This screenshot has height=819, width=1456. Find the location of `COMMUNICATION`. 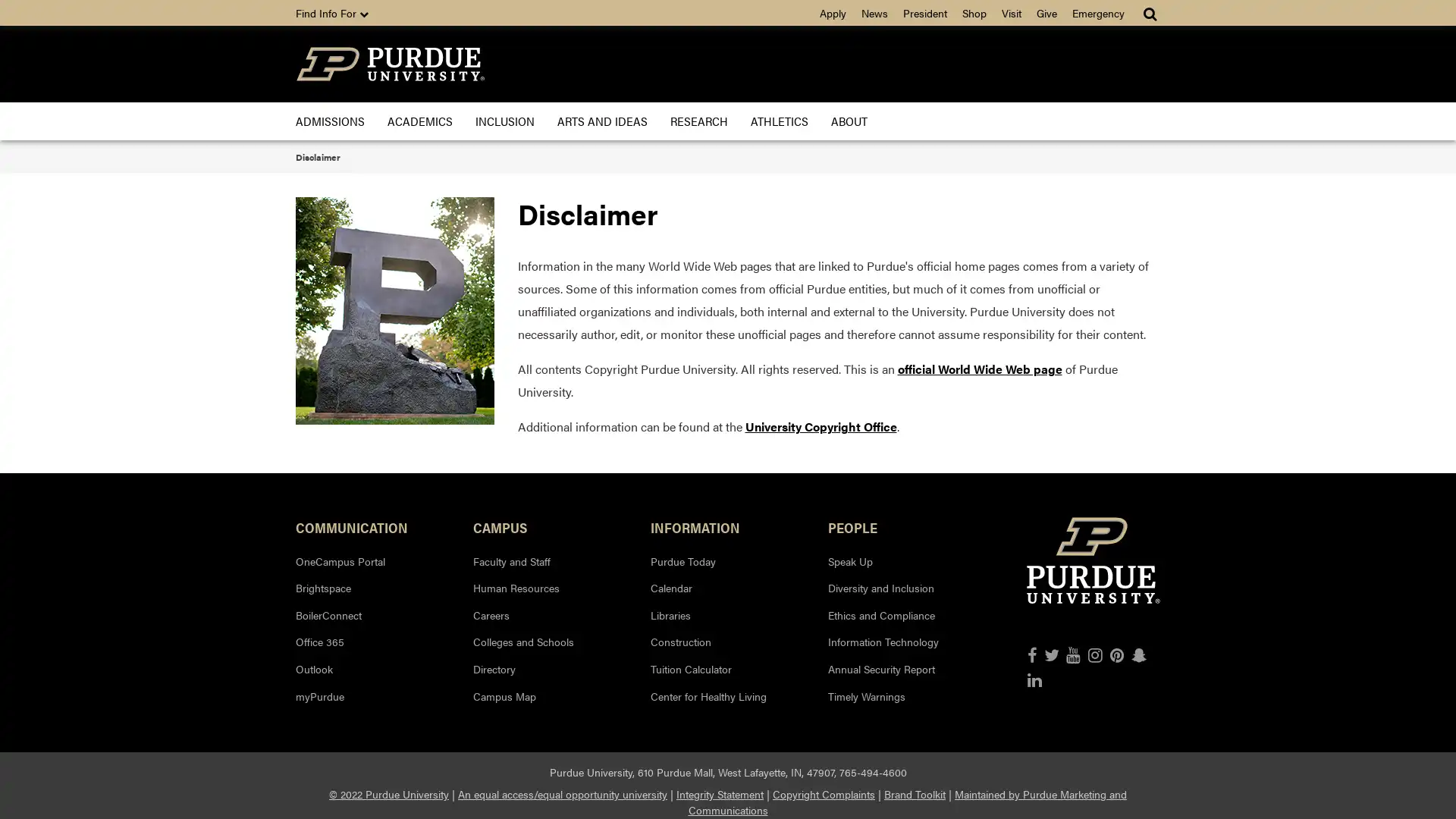

COMMUNICATION is located at coordinates (372, 522).